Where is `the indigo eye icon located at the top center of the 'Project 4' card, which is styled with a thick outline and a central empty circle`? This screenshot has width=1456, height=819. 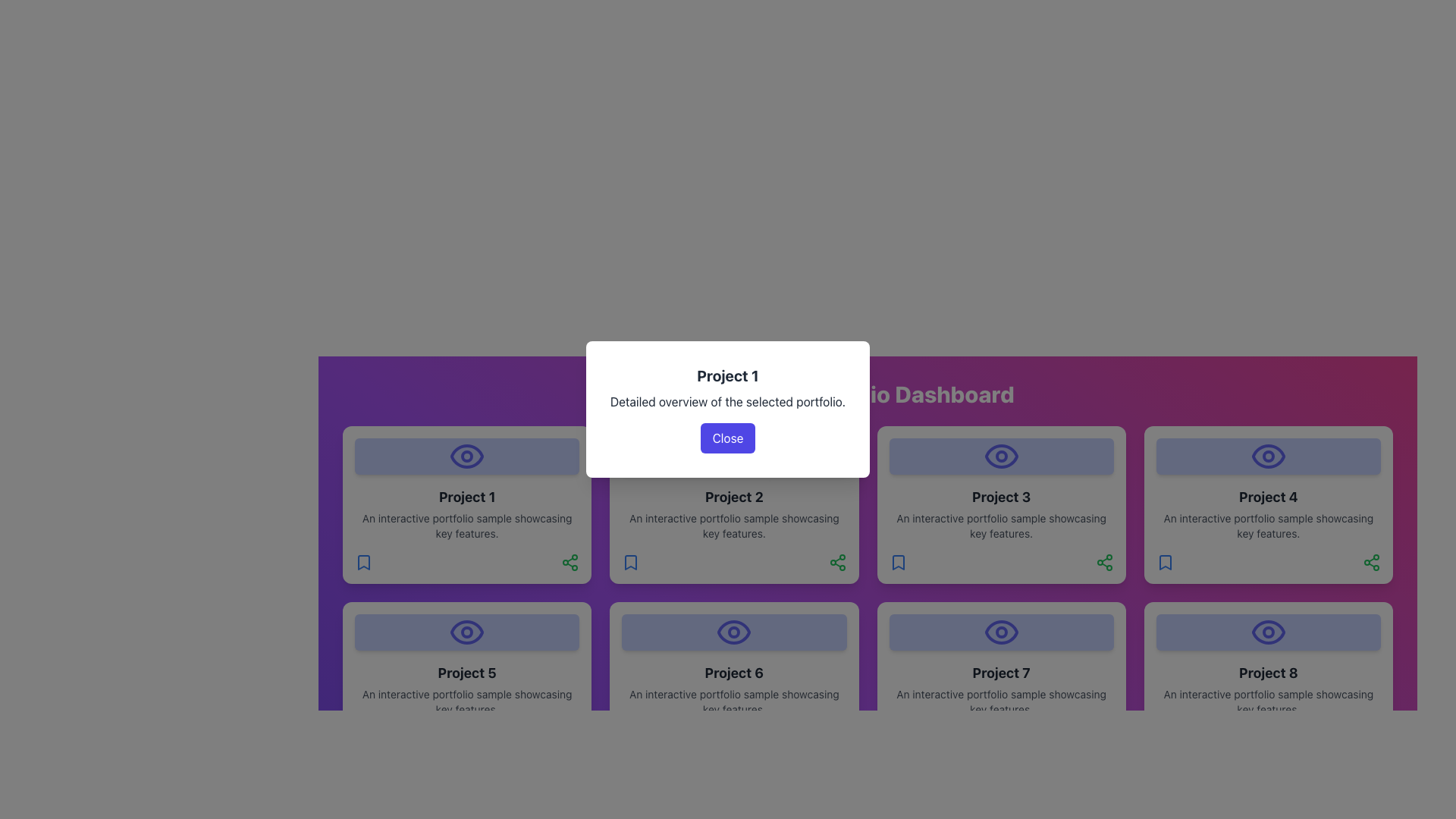 the indigo eye icon located at the top center of the 'Project 4' card, which is styled with a thick outline and a central empty circle is located at coordinates (1268, 455).